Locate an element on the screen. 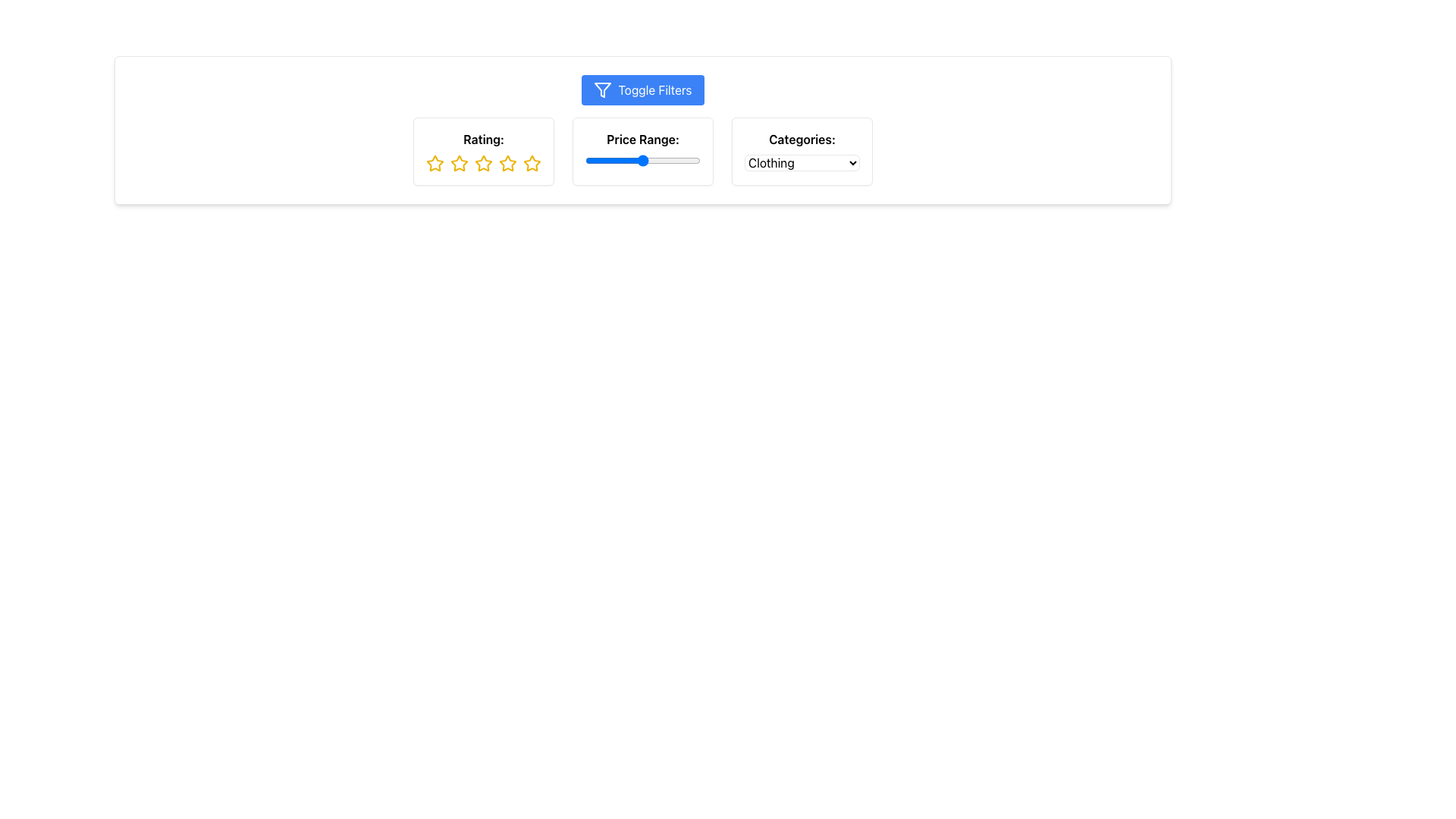  the price range slider is located at coordinates (649, 161).